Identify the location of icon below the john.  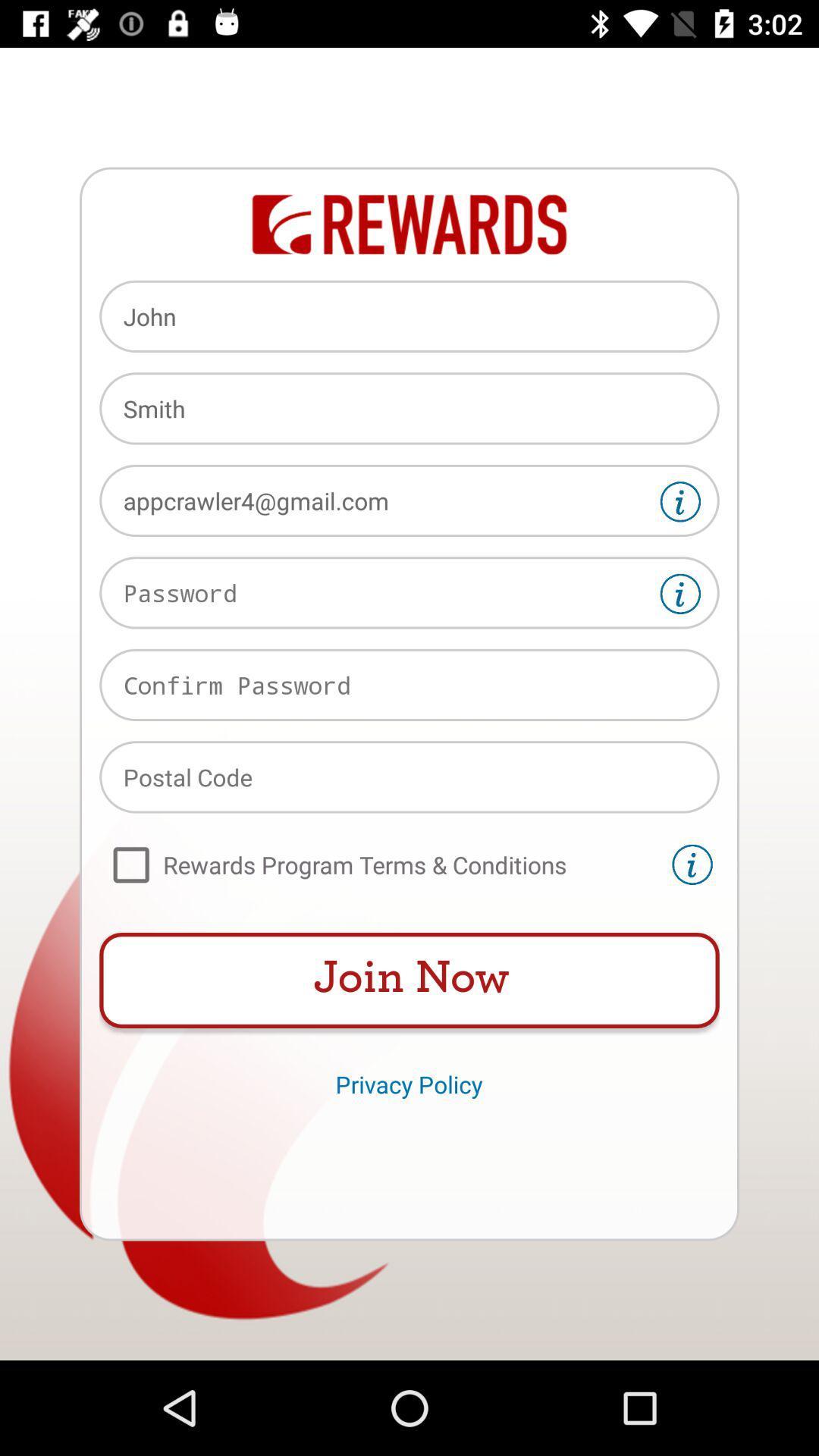
(409, 408).